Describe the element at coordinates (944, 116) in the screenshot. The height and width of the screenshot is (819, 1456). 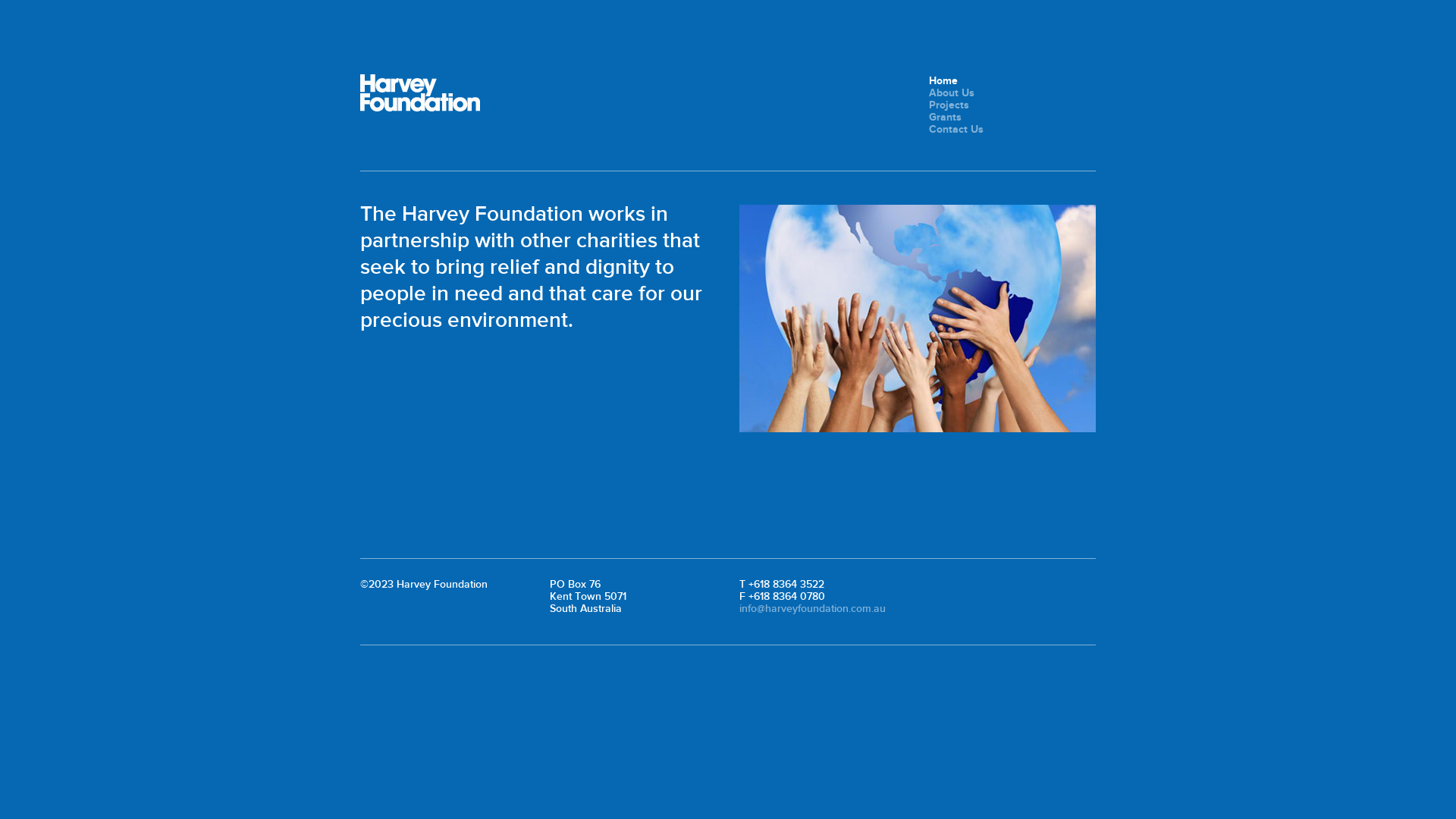
I see `'Grants'` at that location.